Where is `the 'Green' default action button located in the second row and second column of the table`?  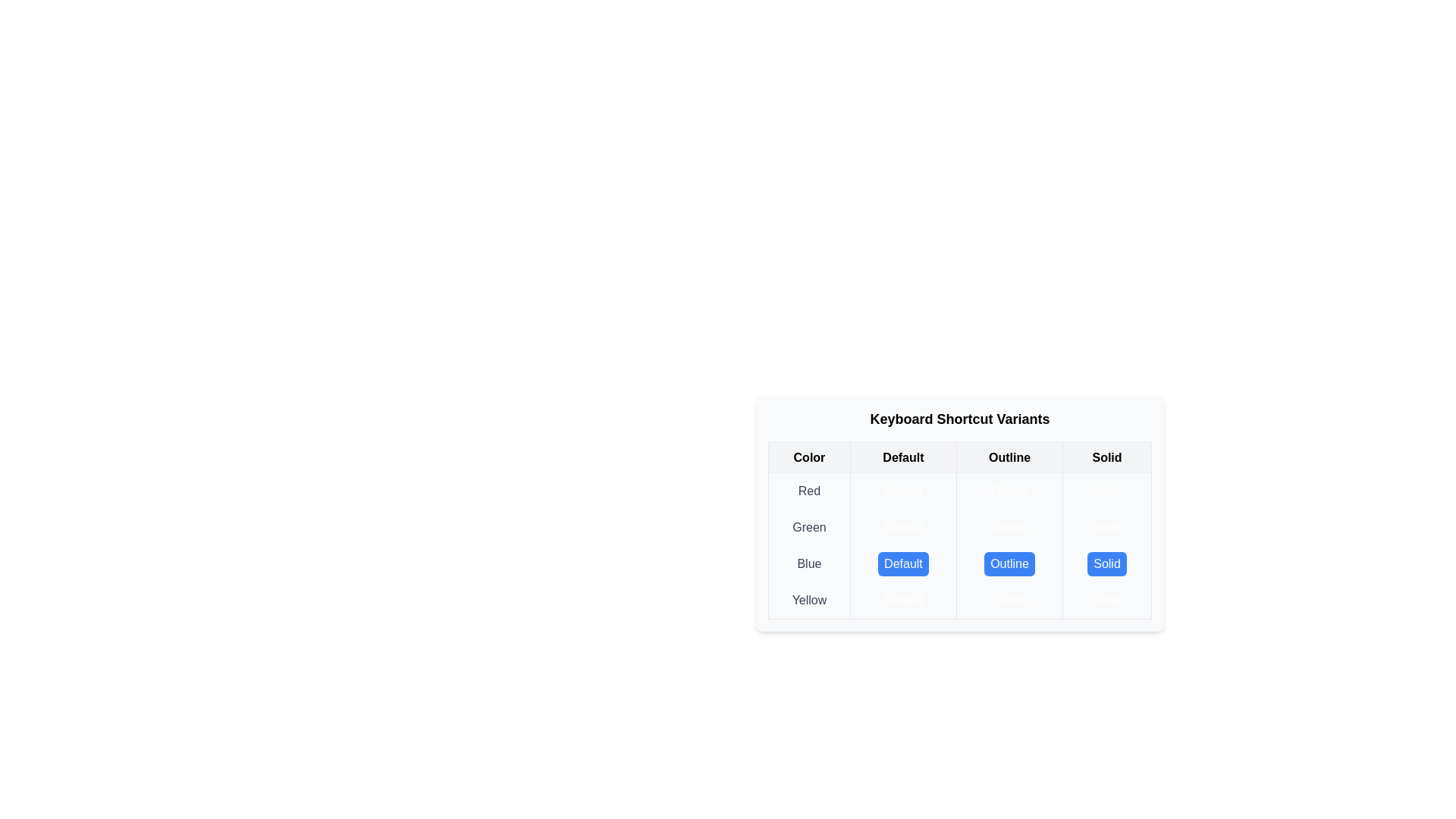
the 'Green' default action button located in the second row and second column of the table is located at coordinates (903, 526).